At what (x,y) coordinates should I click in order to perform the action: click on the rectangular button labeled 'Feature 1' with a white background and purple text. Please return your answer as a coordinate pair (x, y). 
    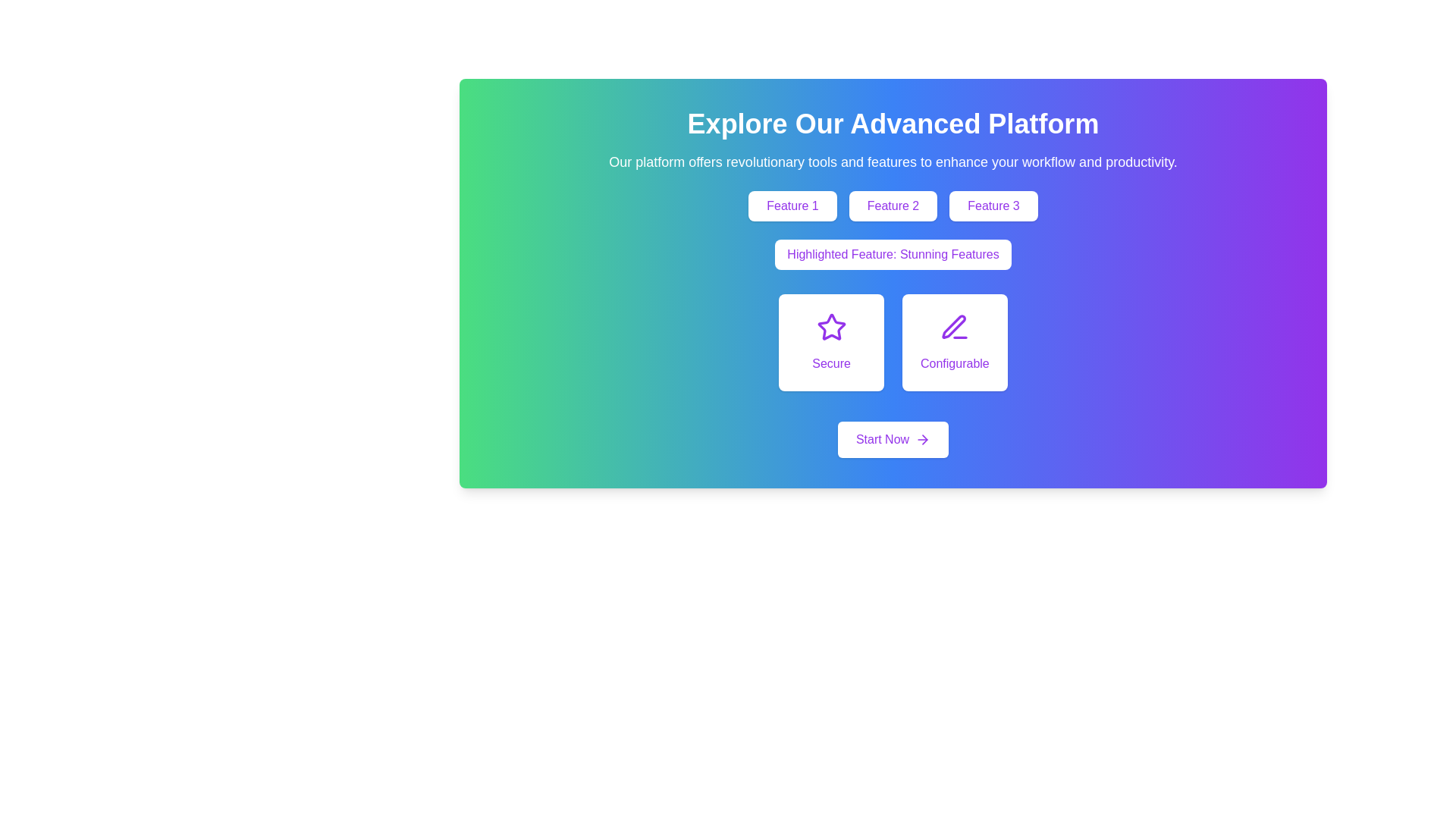
    Looking at the image, I should click on (792, 206).